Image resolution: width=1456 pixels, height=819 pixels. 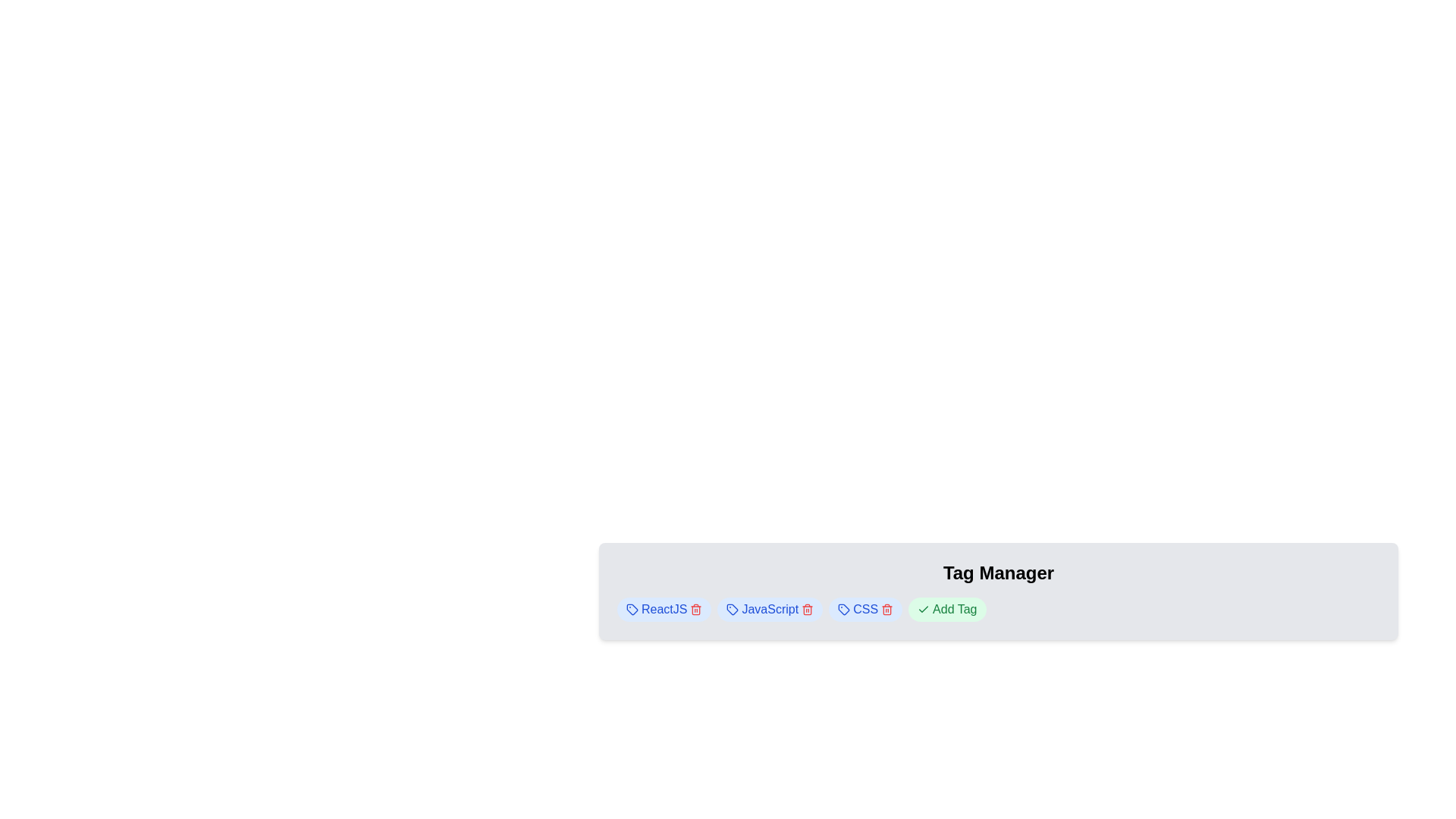 I want to click on the 'CSS' tag label in the 'Tag Manager' section, which is styled with a light blue rounded background and contains a blue label text, so click(x=865, y=608).